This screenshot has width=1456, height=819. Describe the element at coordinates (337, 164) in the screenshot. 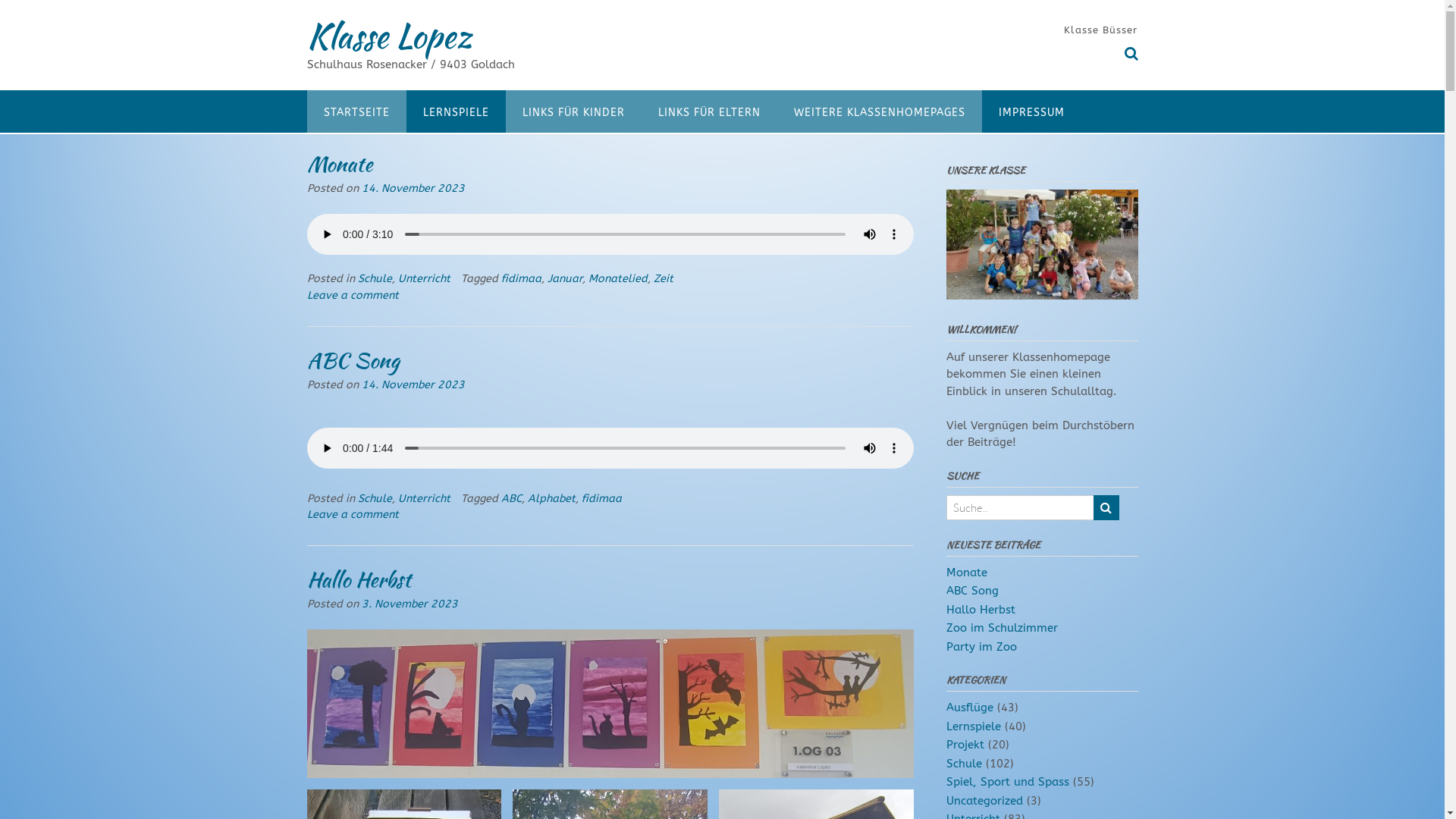

I see `'Monate'` at that location.